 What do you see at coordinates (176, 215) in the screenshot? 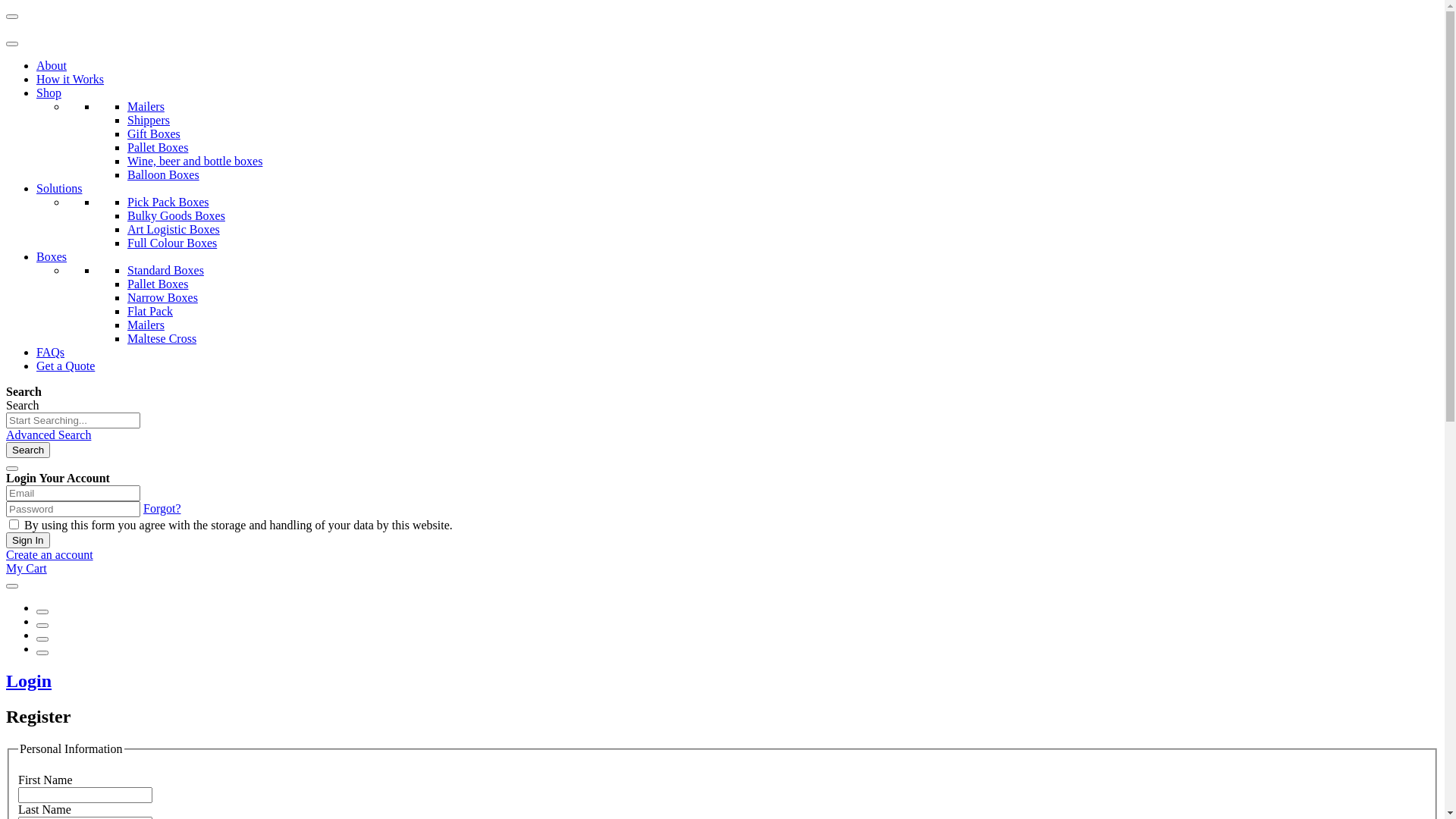
I see `'Bulky Goods Boxes'` at bounding box center [176, 215].